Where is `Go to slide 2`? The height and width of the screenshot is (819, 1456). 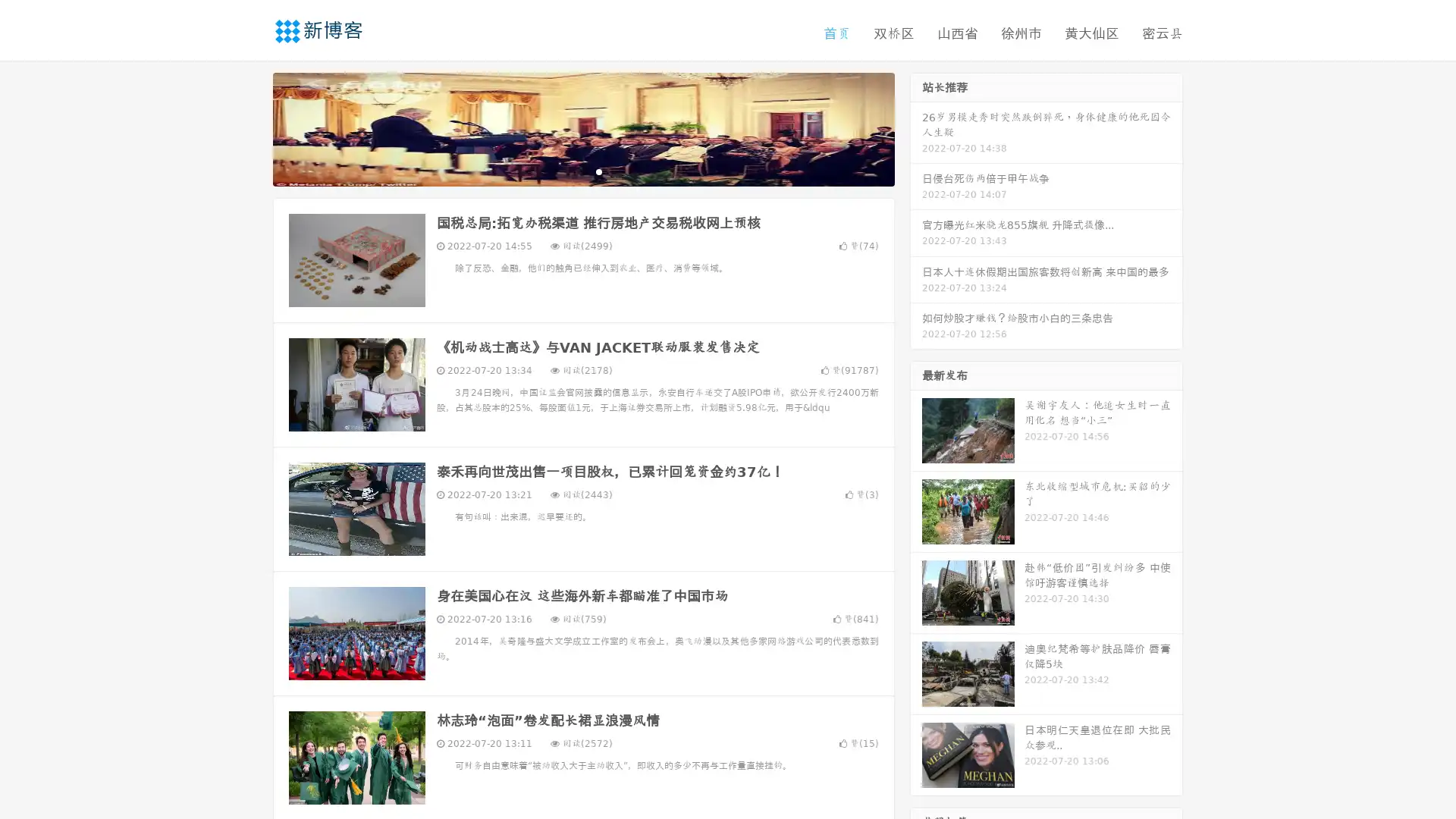
Go to slide 2 is located at coordinates (582, 171).